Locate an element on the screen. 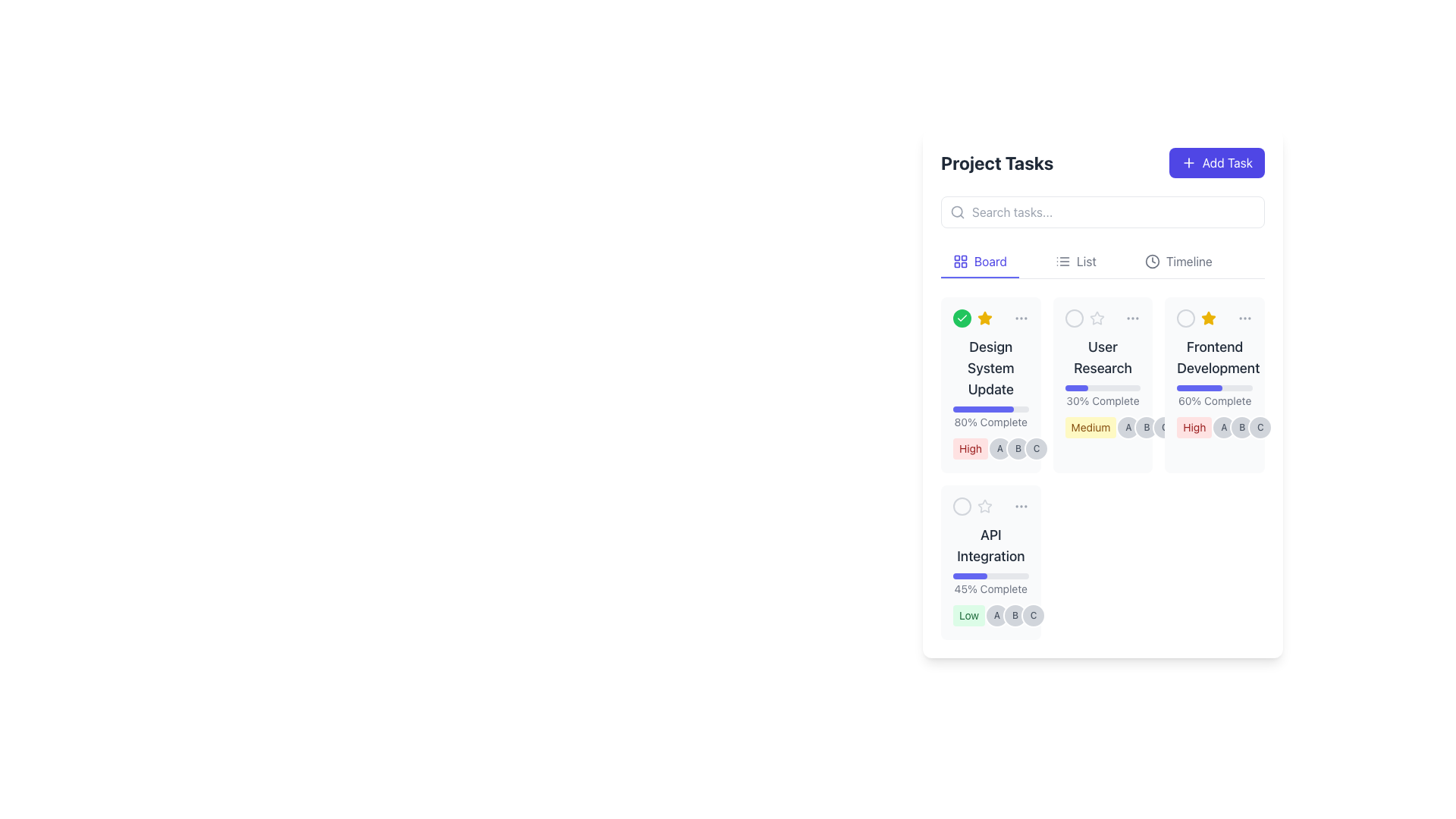 The width and height of the screenshot is (1456, 819). the grid layout indicator icon located to the left of the 'Board' text in the navigation menu, which serves as a visual indicator for the 'Board' tab is located at coordinates (960, 260).